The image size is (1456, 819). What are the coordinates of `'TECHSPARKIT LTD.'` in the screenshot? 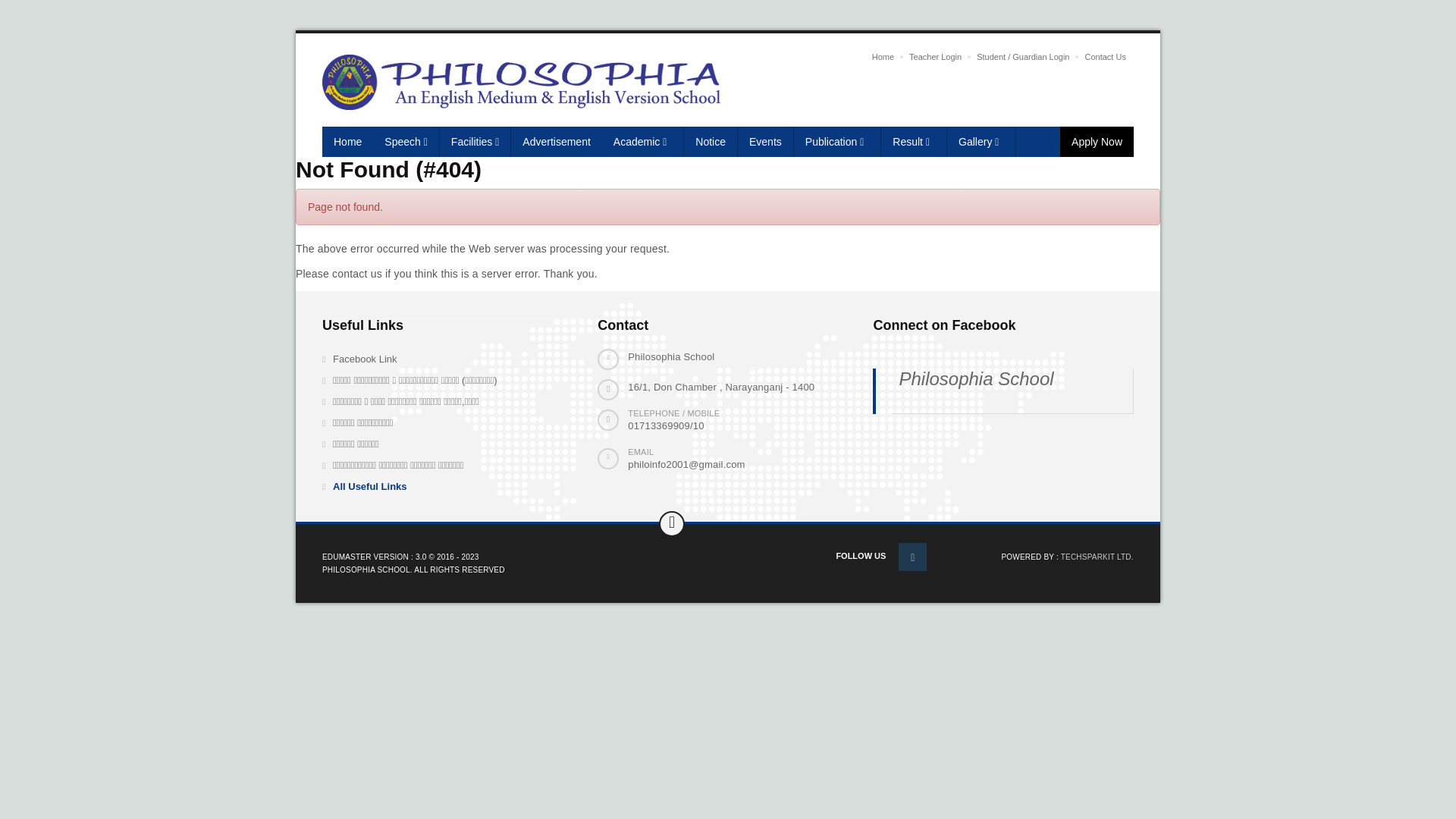 It's located at (1097, 557).